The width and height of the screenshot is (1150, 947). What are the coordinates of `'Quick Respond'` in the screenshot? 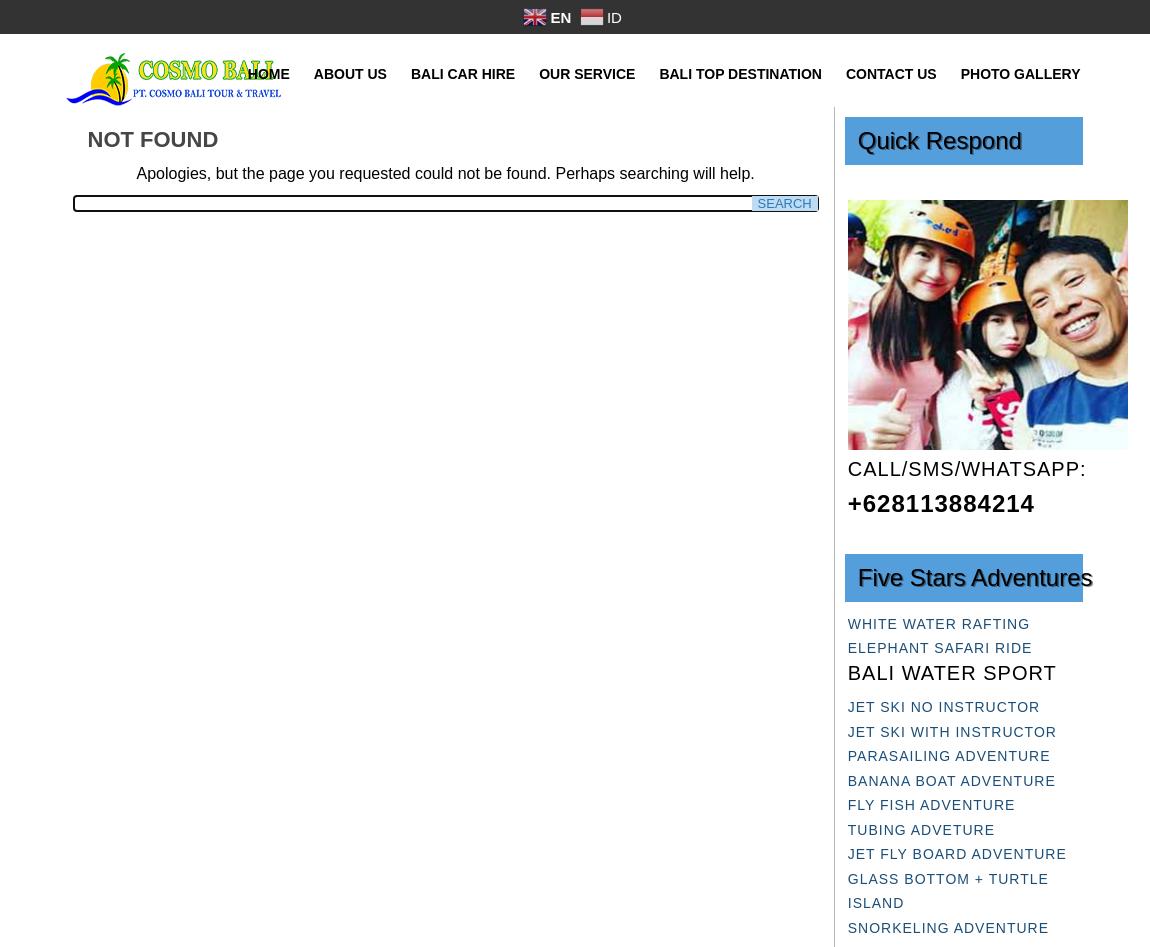 It's located at (855, 139).